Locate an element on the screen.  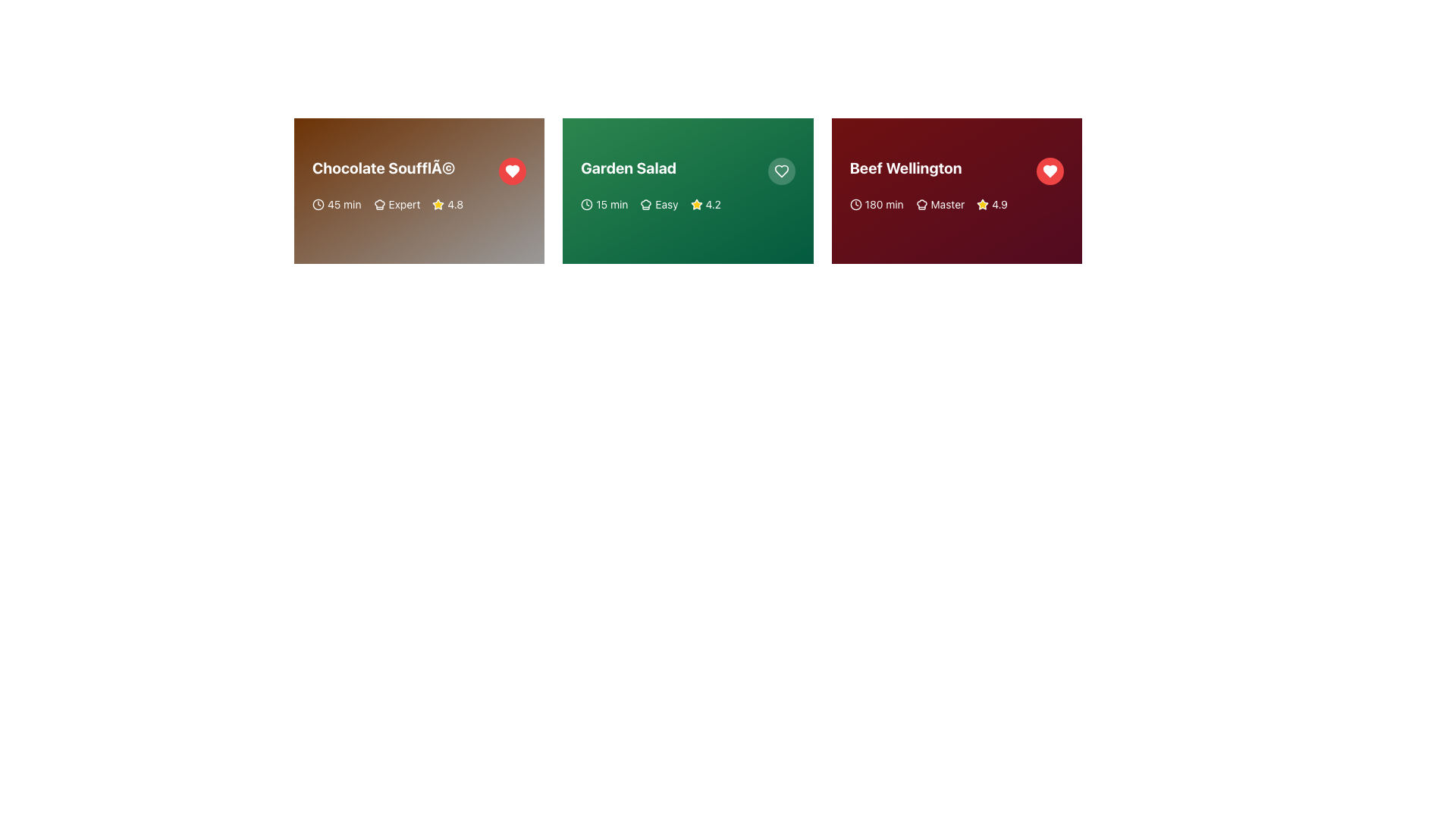
the text '45 min' which indicates the estimated time required for a specific task is located at coordinates (336, 205).